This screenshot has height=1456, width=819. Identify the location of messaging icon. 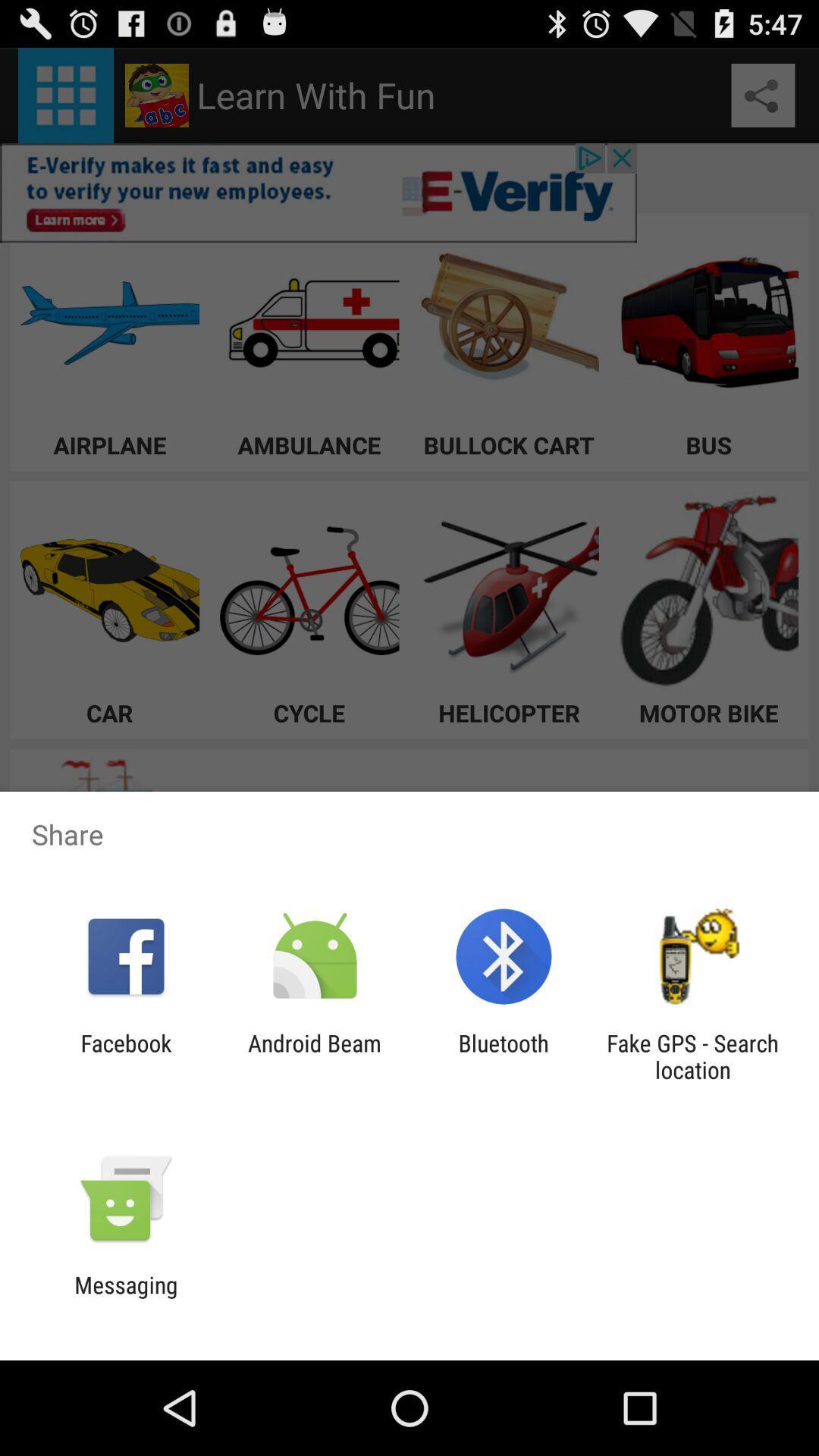
(125, 1298).